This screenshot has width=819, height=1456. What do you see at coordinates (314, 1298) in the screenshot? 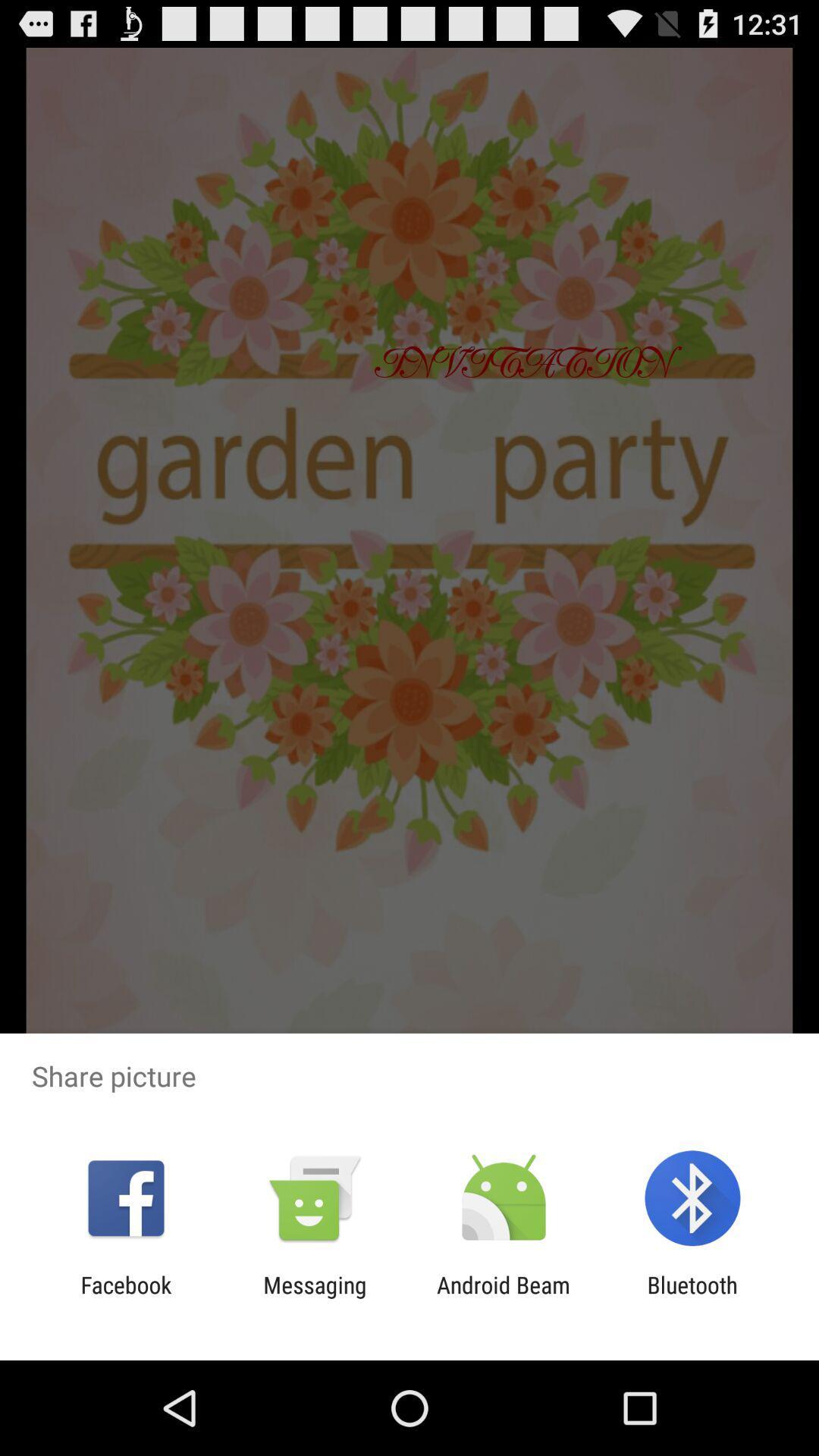
I see `the item next to facebook item` at bounding box center [314, 1298].